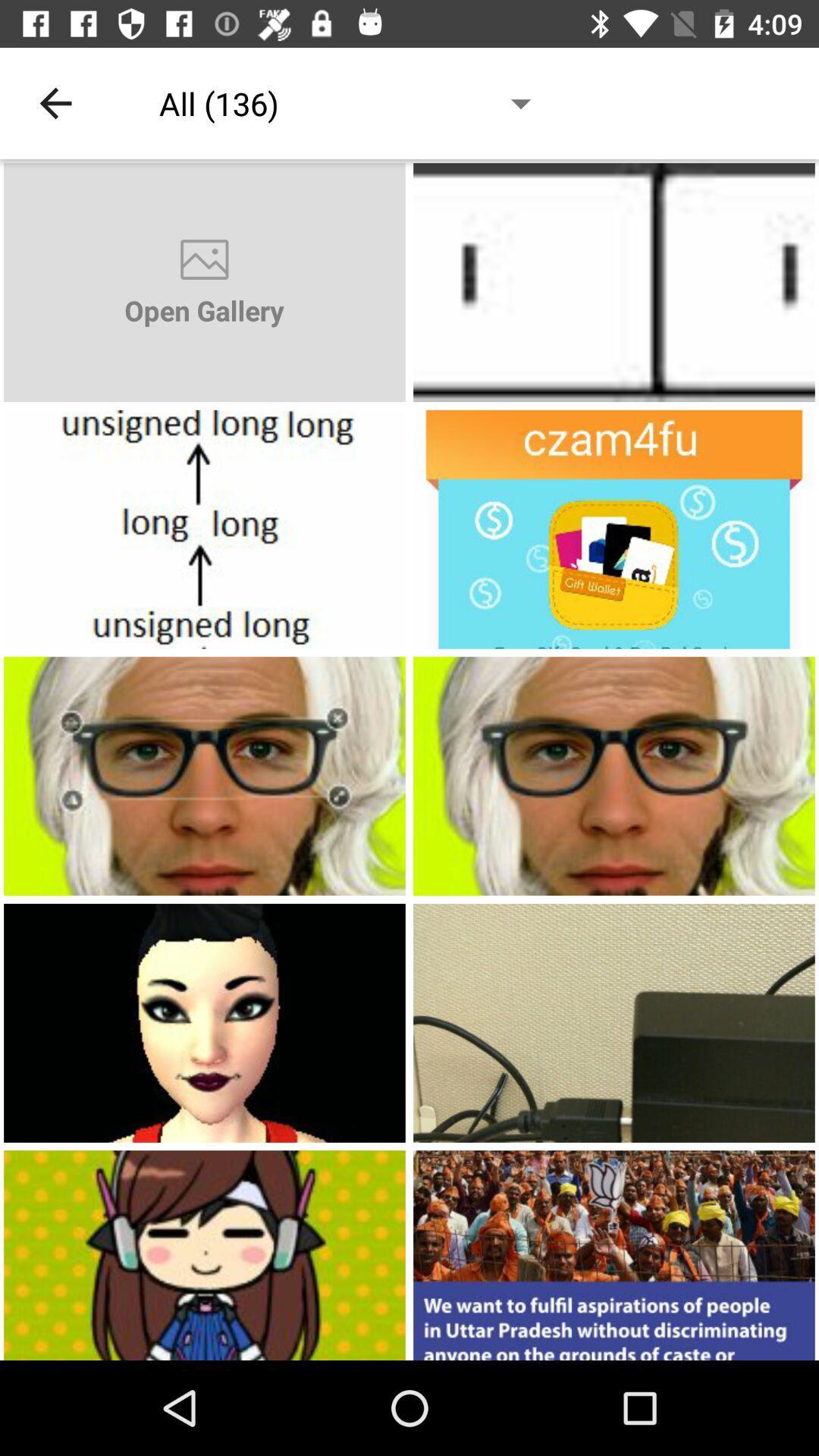 The image size is (819, 1456). I want to click on menu opp, so click(614, 529).